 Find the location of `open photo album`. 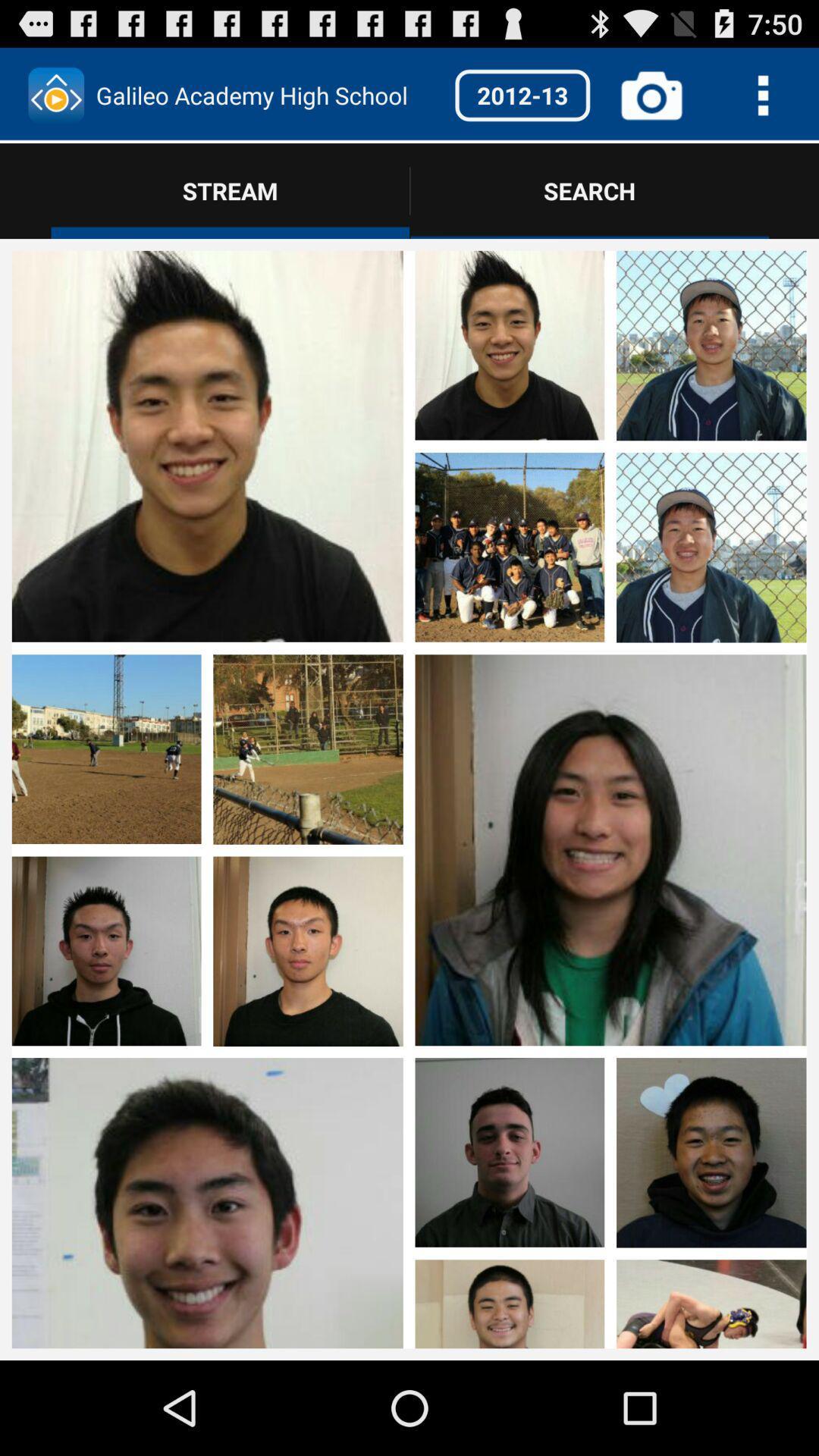

open photo album is located at coordinates (610, 447).